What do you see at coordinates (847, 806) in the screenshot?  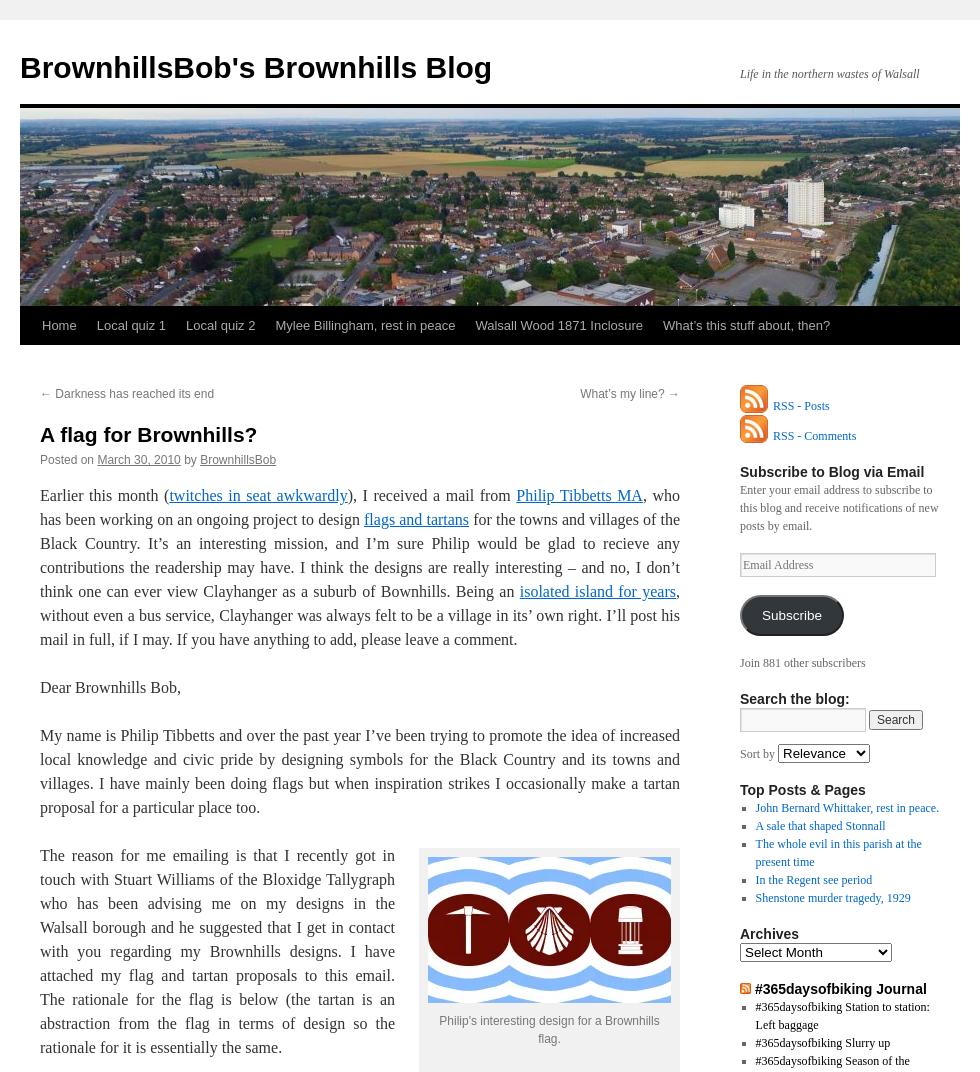 I see `'John Bernard Whittaker, rest in peace.'` at bounding box center [847, 806].